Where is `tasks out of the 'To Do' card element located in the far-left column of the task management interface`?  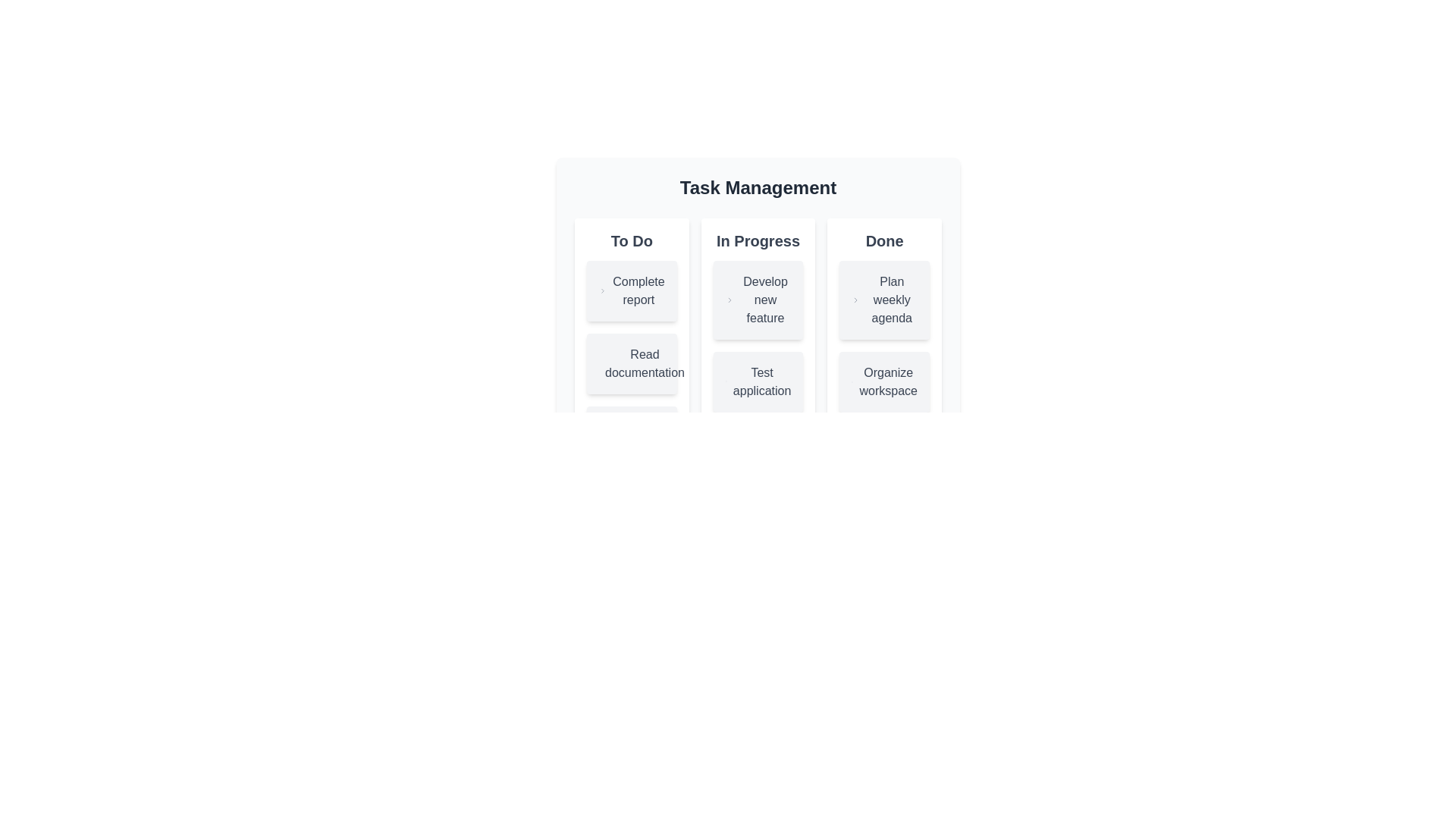
tasks out of the 'To Do' card element located in the far-left column of the task management interface is located at coordinates (632, 357).